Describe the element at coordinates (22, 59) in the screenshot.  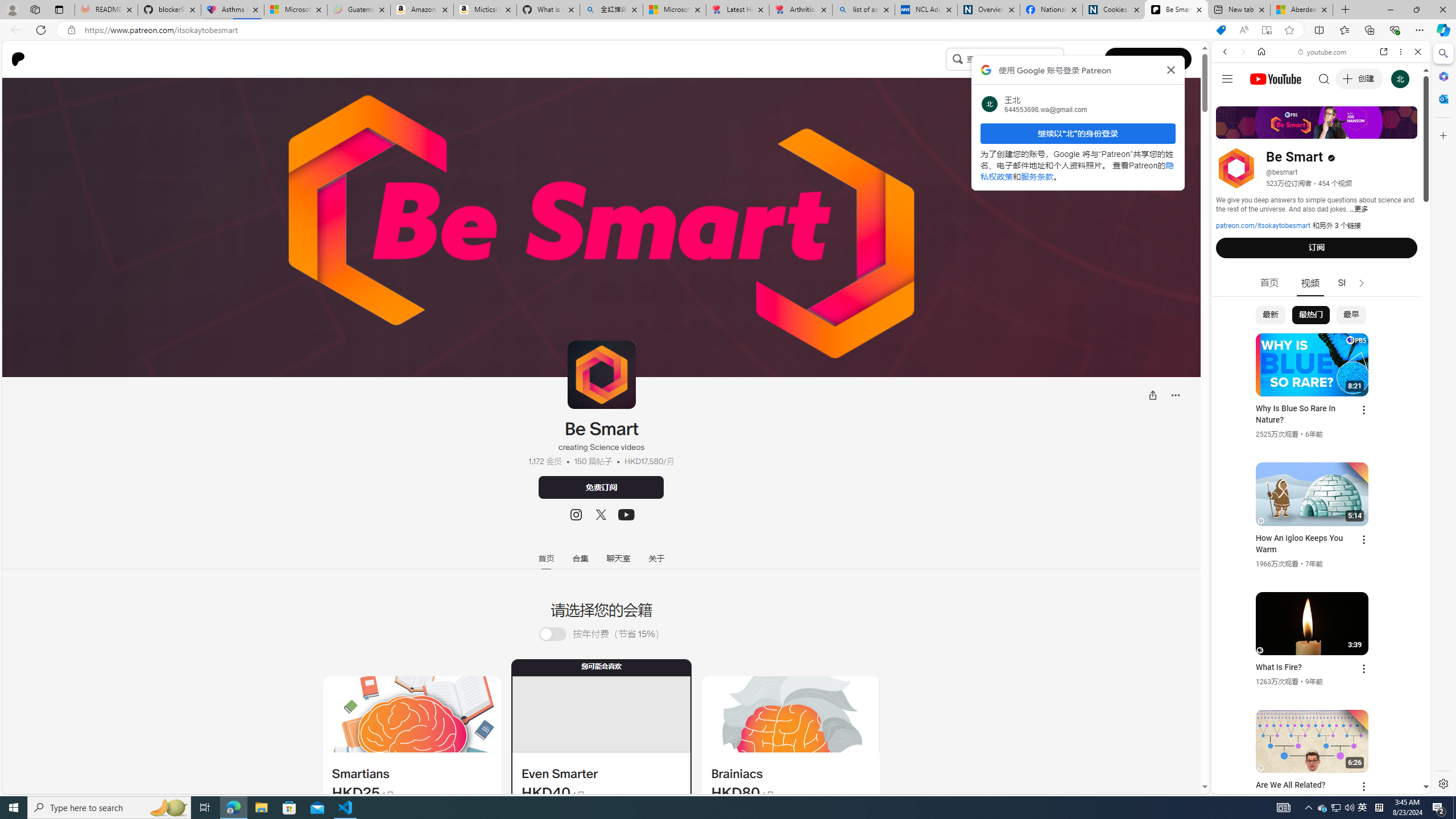
I see `'Go to home page'` at that location.